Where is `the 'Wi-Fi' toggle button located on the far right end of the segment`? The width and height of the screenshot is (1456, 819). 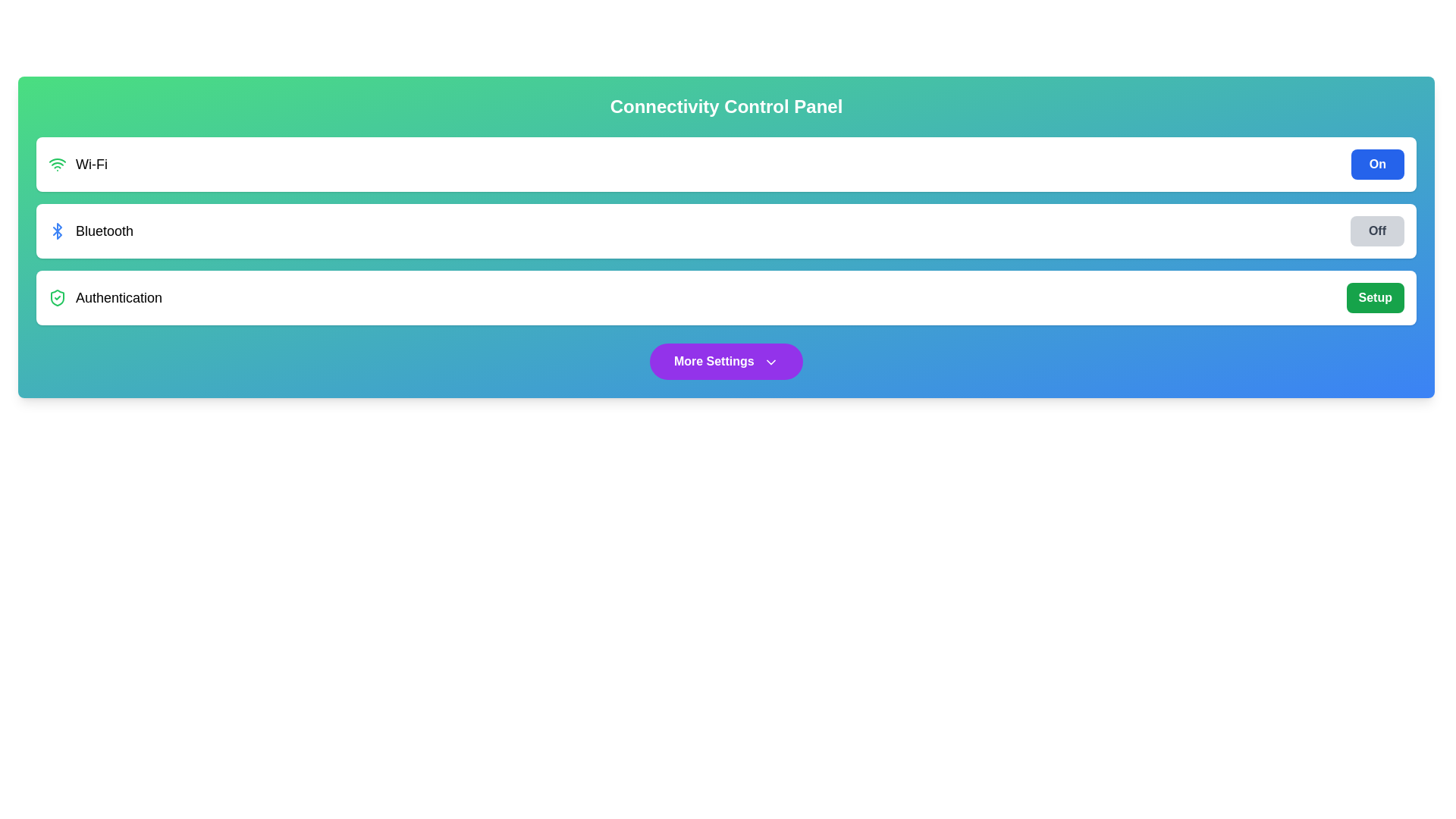
the 'Wi-Fi' toggle button located on the far right end of the segment is located at coordinates (1377, 164).